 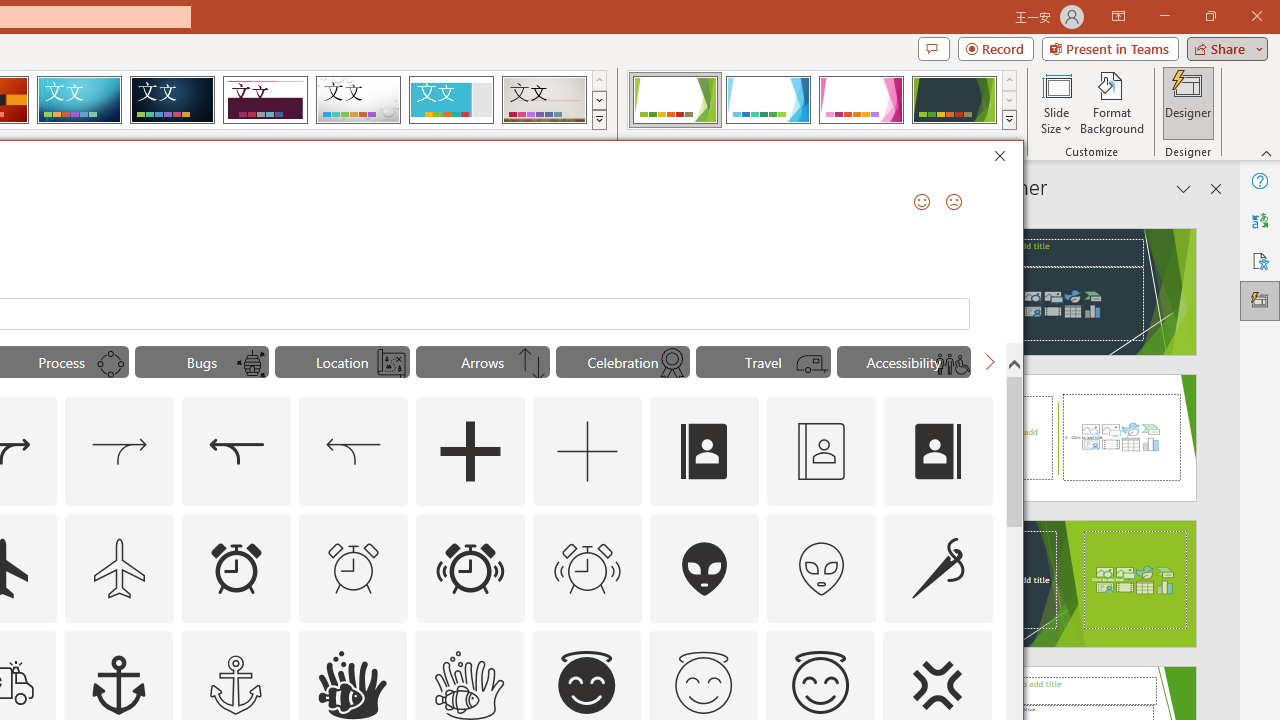 What do you see at coordinates (585, 681) in the screenshot?
I see `'AutomationID: _134_Angel_Face_A'` at bounding box center [585, 681].